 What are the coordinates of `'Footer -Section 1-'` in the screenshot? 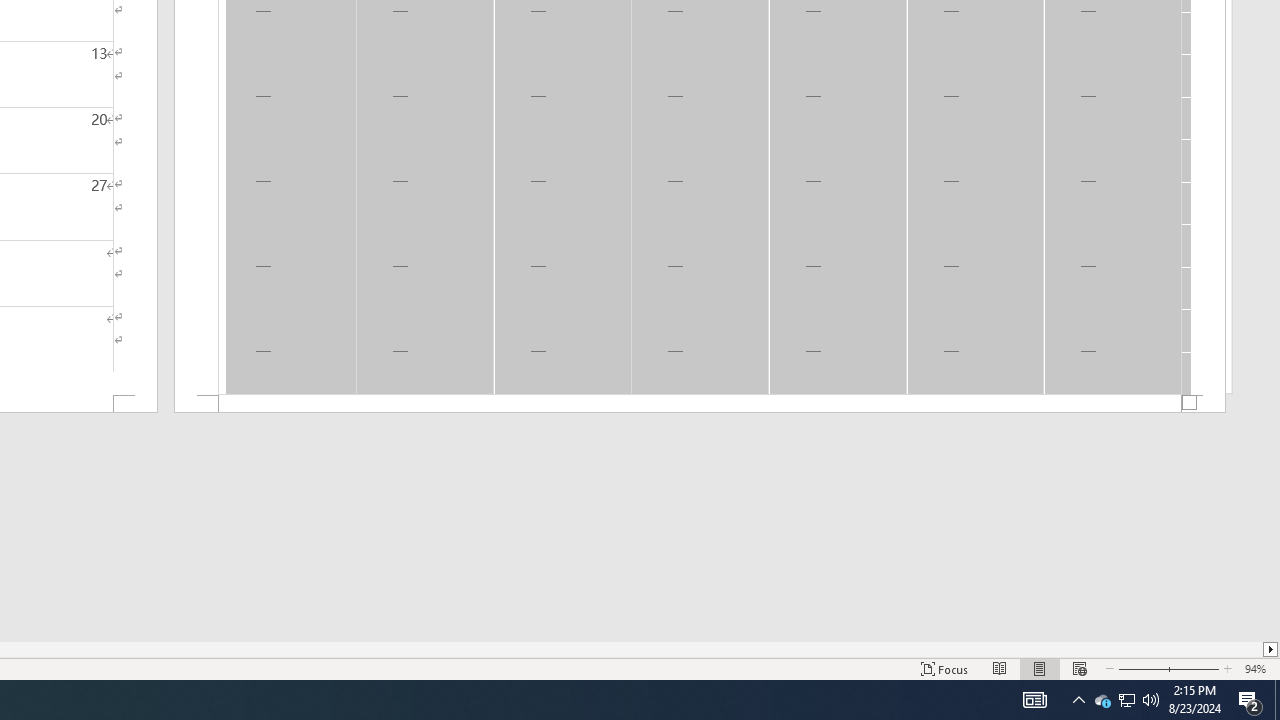 It's located at (700, 404).